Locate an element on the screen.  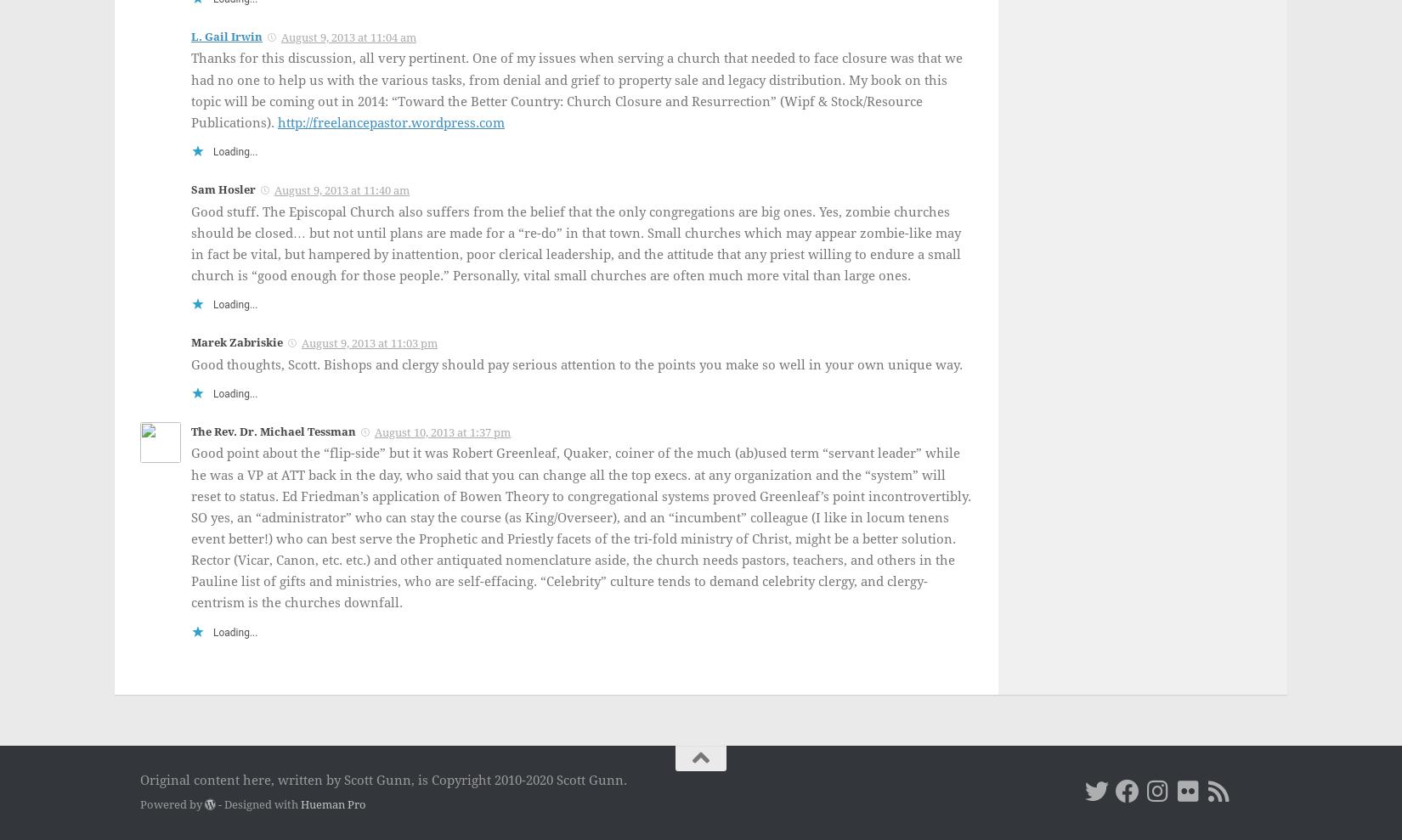
'Good point about the “flip-side” but it was Robert Greenleaf, Quaker, coiner of the much (ab)used term “servant leader” while he was a VP at ATT back in the day, who said that you can change all the top execs. at any organization and the “system” will reset to status. Ed Friedman’s application of Bowen Theory to congregational systems proved Greenleaf’s point incontrovertibly. SO yes, an “administrator” who can stay the course (as King/Overseer), and an “incumbent” colleague (I like in locum tenens event better!) who can best serve the Prophetic and Priestly facets of the tri-fold ministry of Christ, might be a better solution.  Rector (Vicar, Canon, etc. etc.) and other antiquated nomenclature aside, the church needs pastors, teachers, and others in the Pauline list of gifts and ministries, who are self-effacing. “Celebrity” culture tends to demand celebrity clergy, and clergy-centrism is the churches downfall.' is located at coordinates (579, 527).